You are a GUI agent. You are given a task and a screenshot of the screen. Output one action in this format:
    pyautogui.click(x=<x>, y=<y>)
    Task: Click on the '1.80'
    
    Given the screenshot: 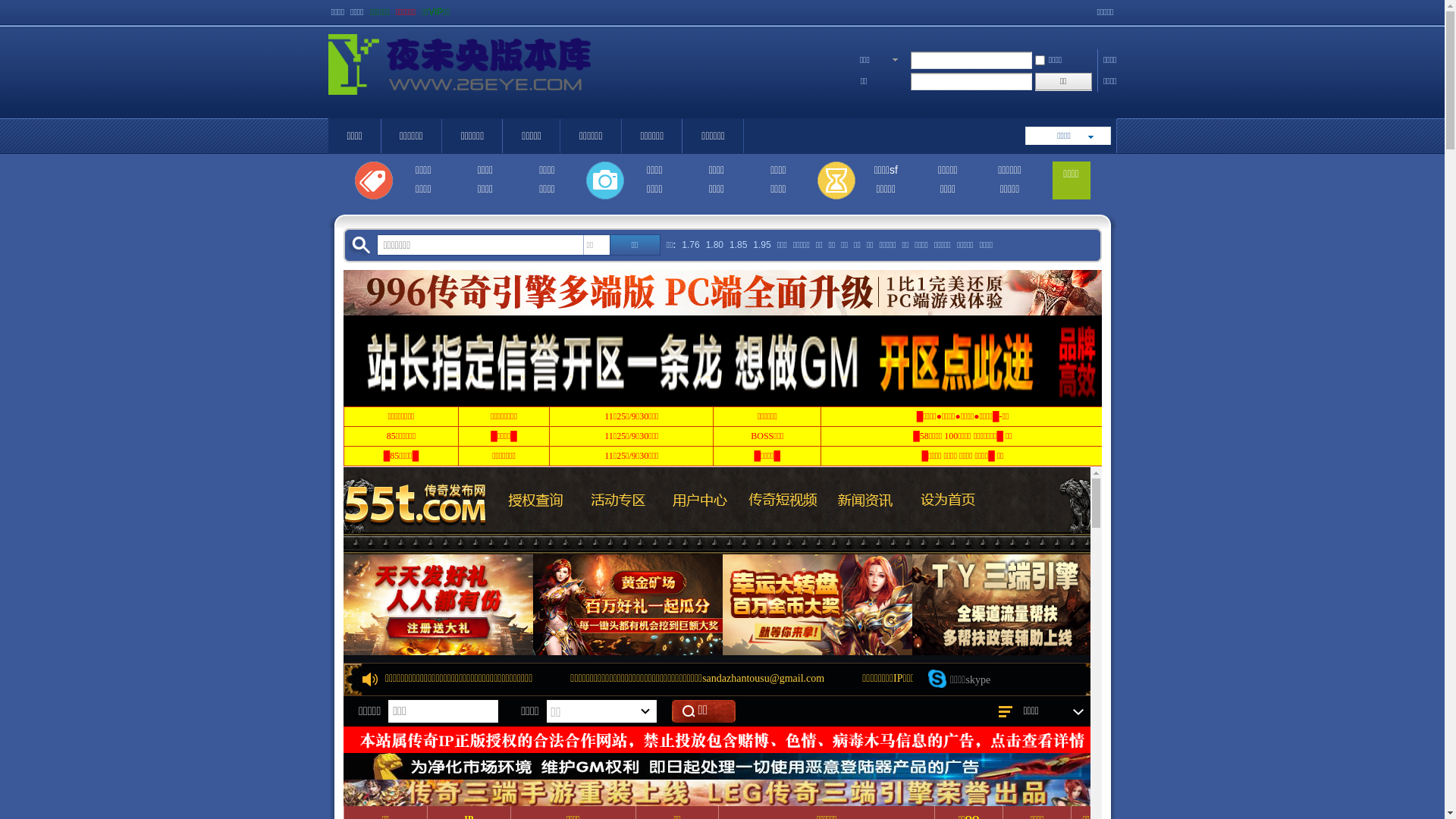 What is the action you would take?
    pyautogui.click(x=714, y=244)
    